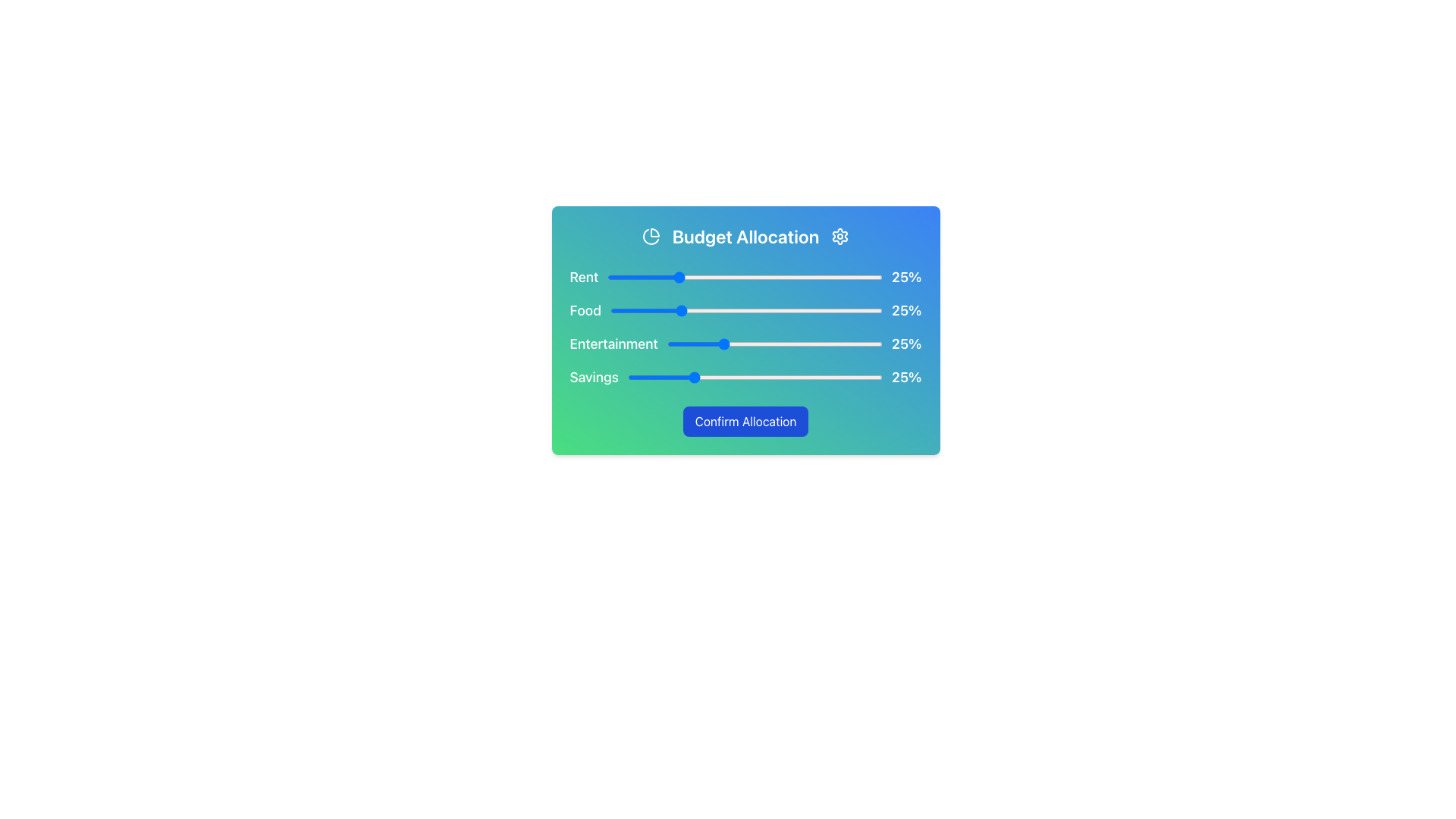 The image size is (1456, 819). Describe the element at coordinates (824, 278) in the screenshot. I see `the 'Rent' allocation slider` at that location.